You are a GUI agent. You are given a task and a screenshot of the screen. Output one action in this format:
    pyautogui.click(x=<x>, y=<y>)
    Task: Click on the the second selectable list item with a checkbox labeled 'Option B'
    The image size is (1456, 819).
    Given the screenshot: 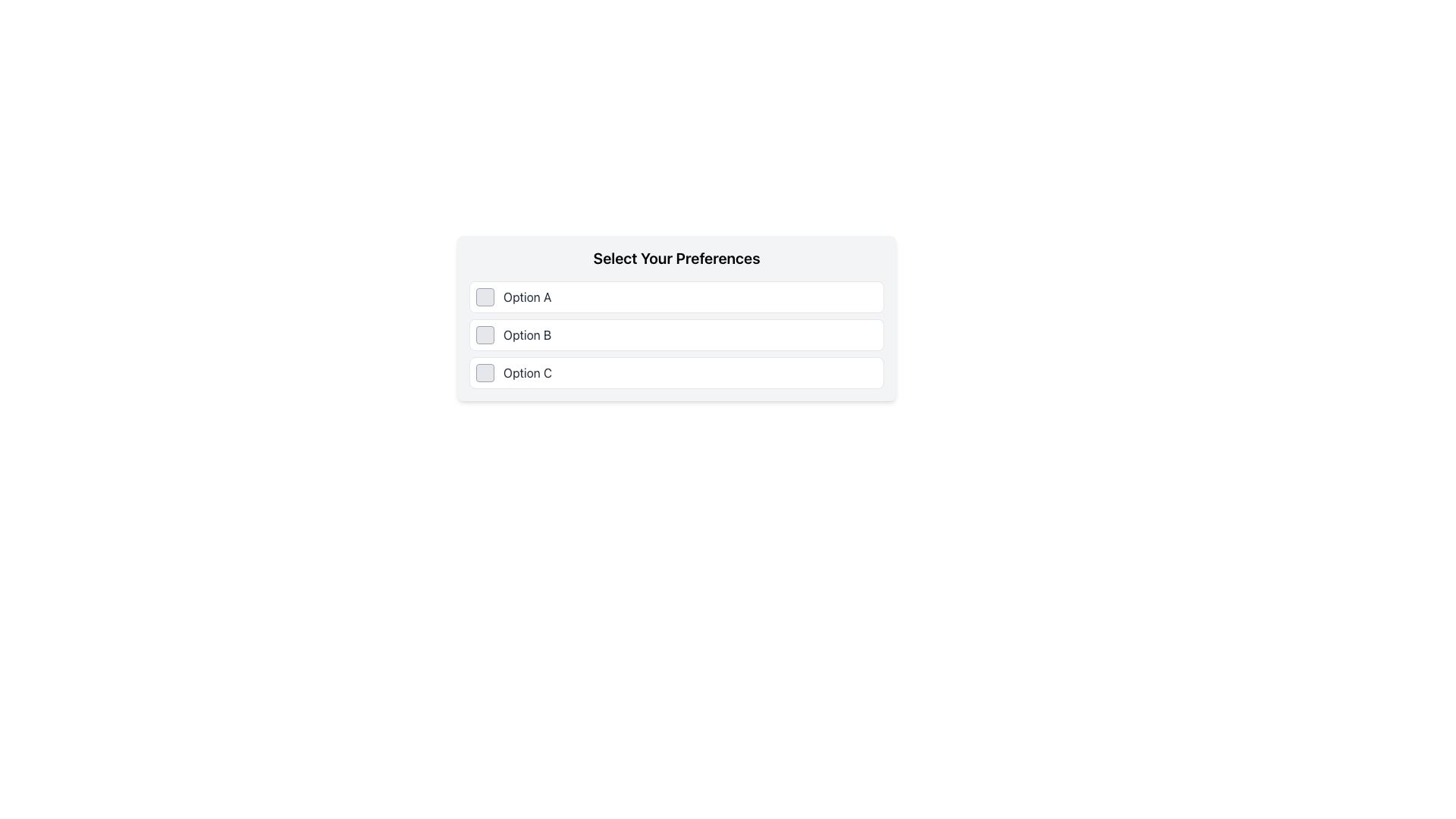 What is the action you would take?
    pyautogui.click(x=676, y=334)
    